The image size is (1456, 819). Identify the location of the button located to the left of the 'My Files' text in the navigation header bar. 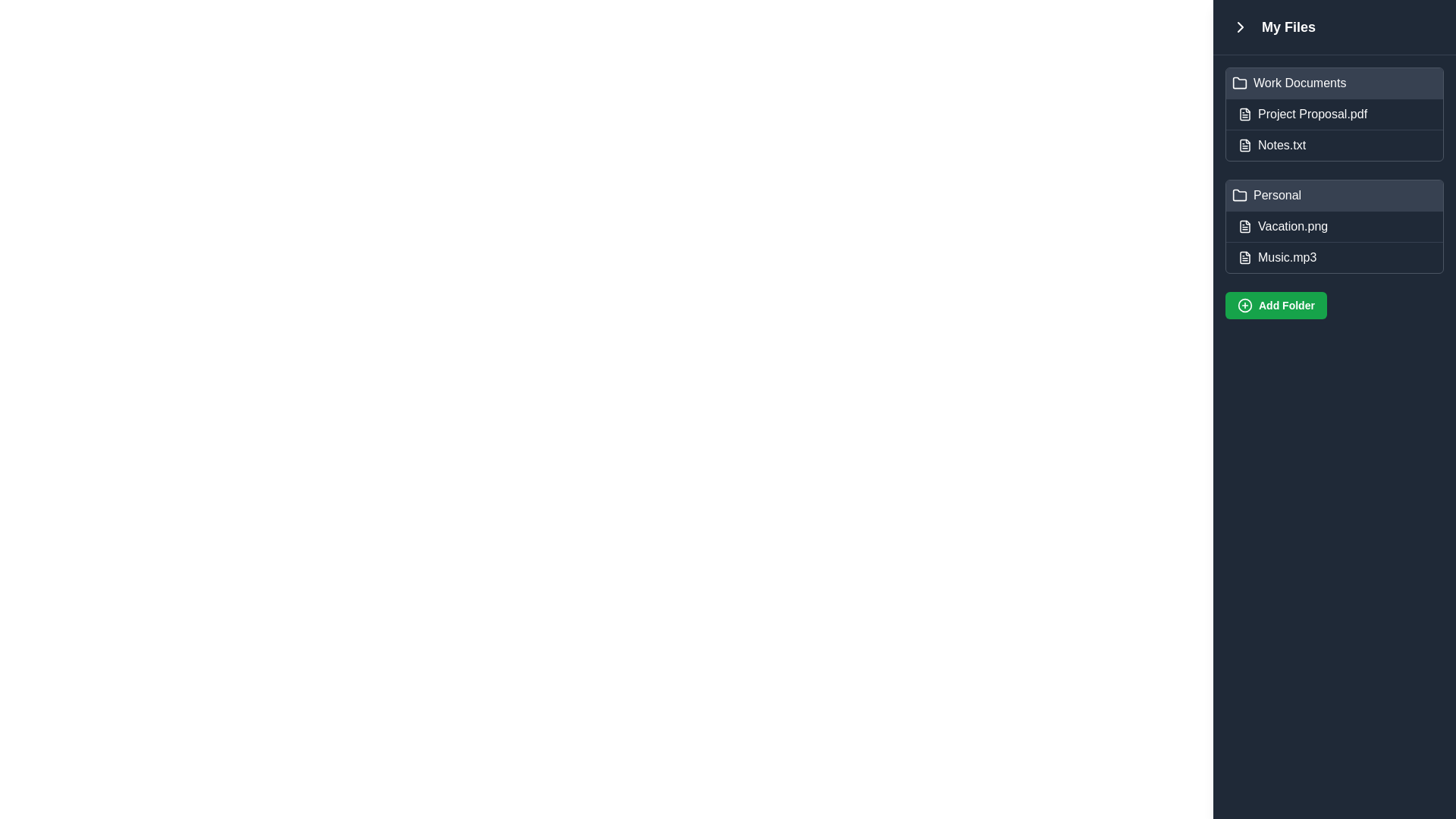
(1241, 27).